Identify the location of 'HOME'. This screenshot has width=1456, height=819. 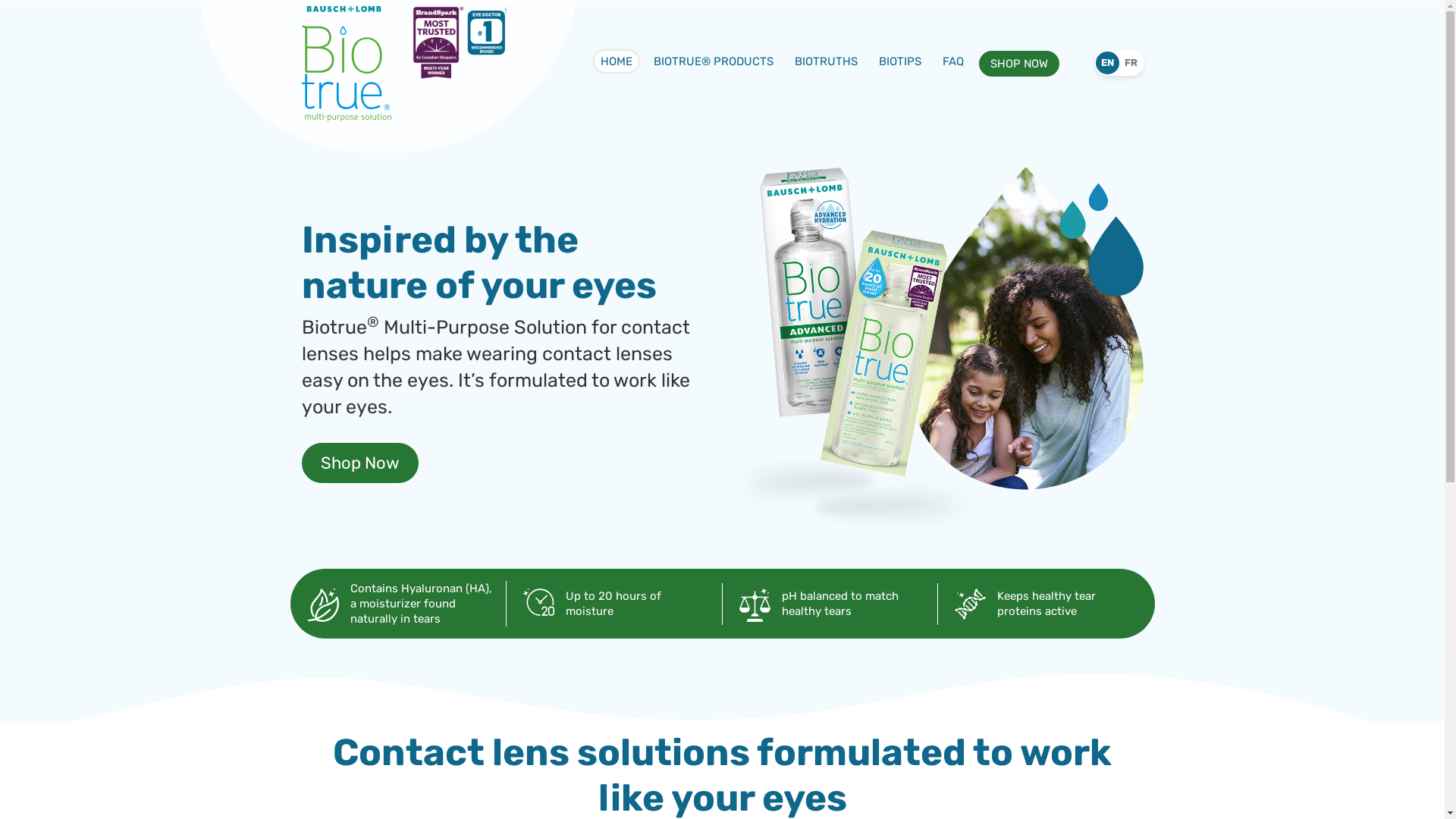
(593, 61).